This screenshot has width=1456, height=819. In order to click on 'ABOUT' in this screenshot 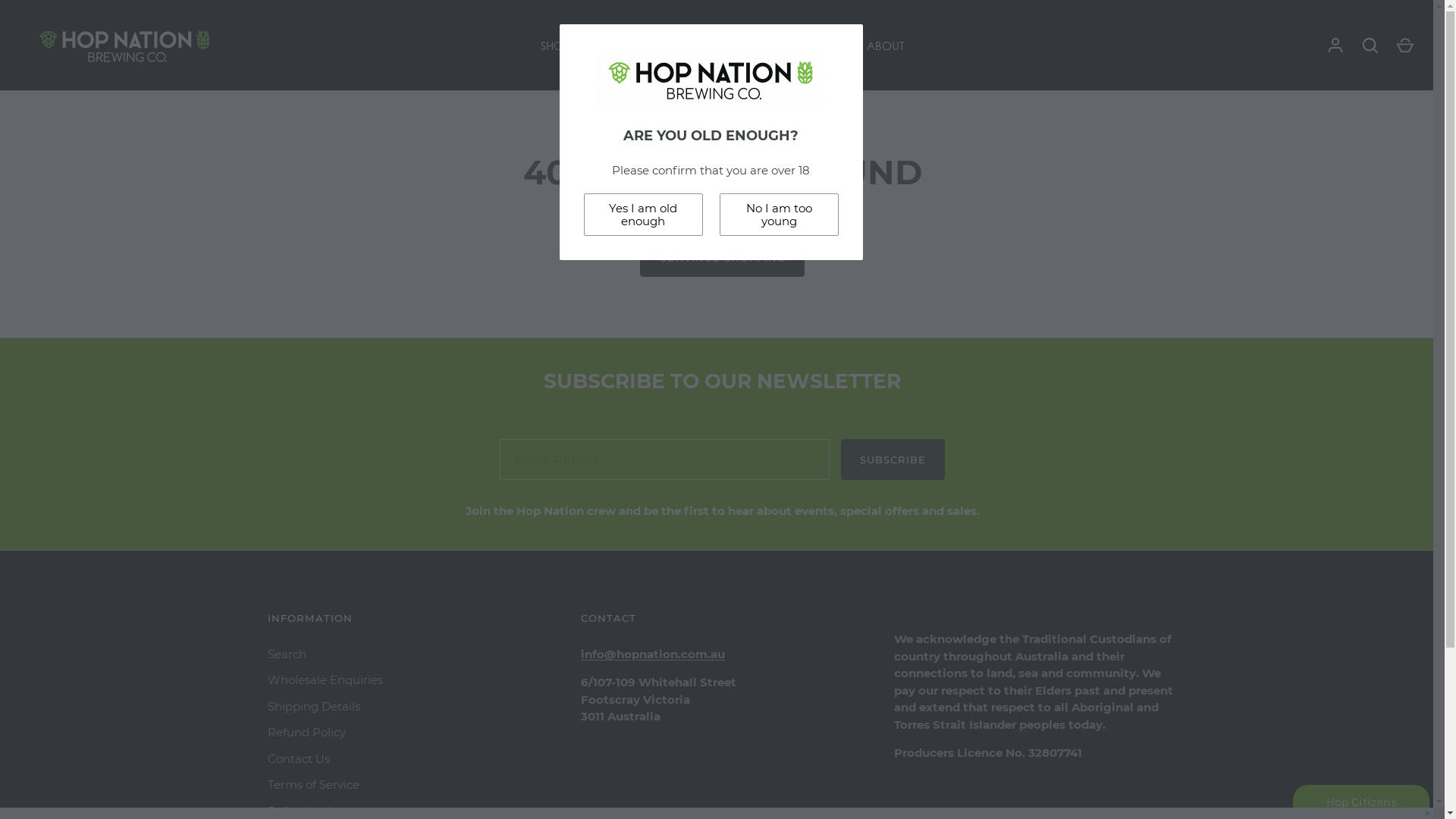, I will do `click(884, 45)`.